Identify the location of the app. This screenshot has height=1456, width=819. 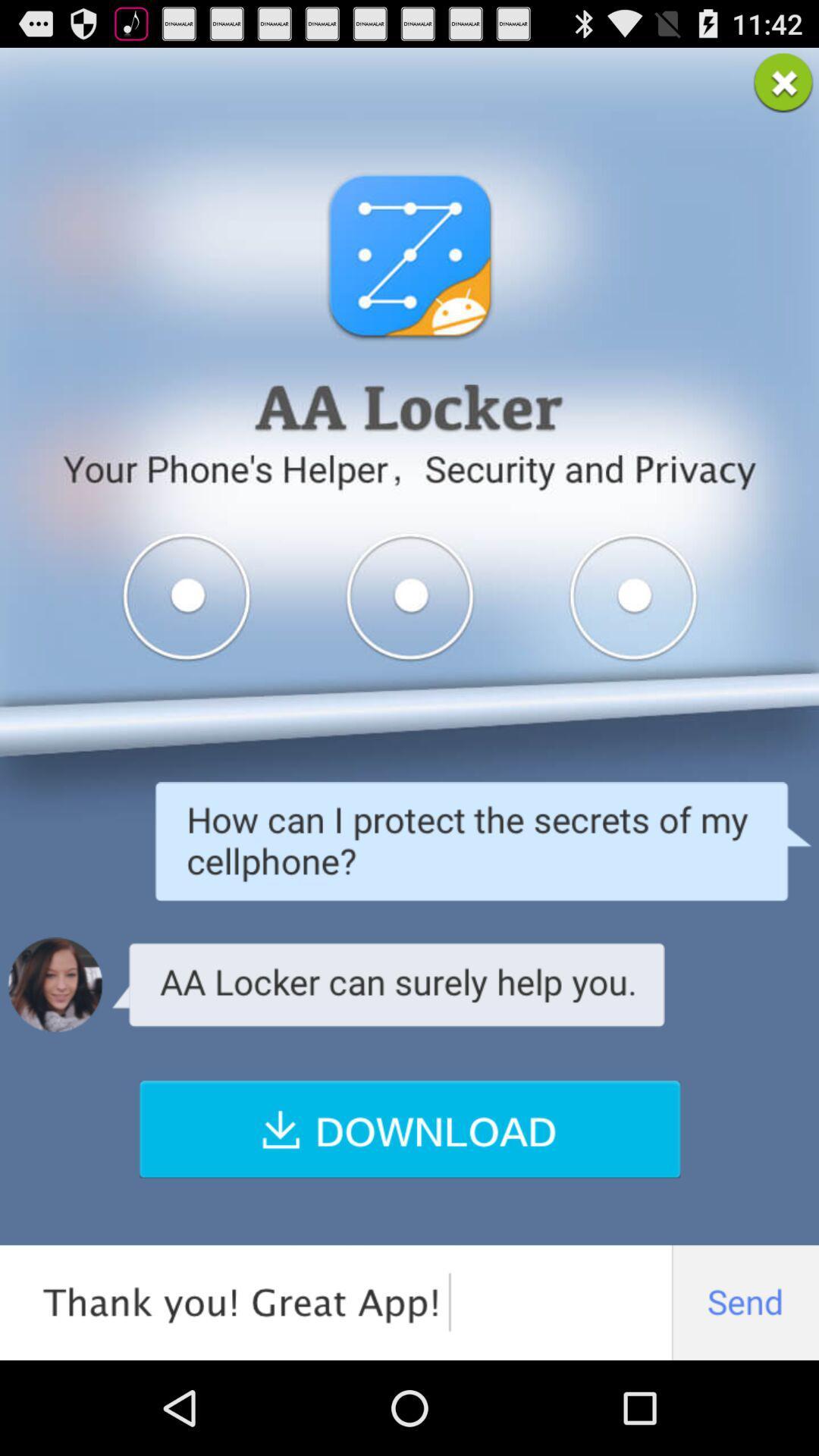
(783, 82).